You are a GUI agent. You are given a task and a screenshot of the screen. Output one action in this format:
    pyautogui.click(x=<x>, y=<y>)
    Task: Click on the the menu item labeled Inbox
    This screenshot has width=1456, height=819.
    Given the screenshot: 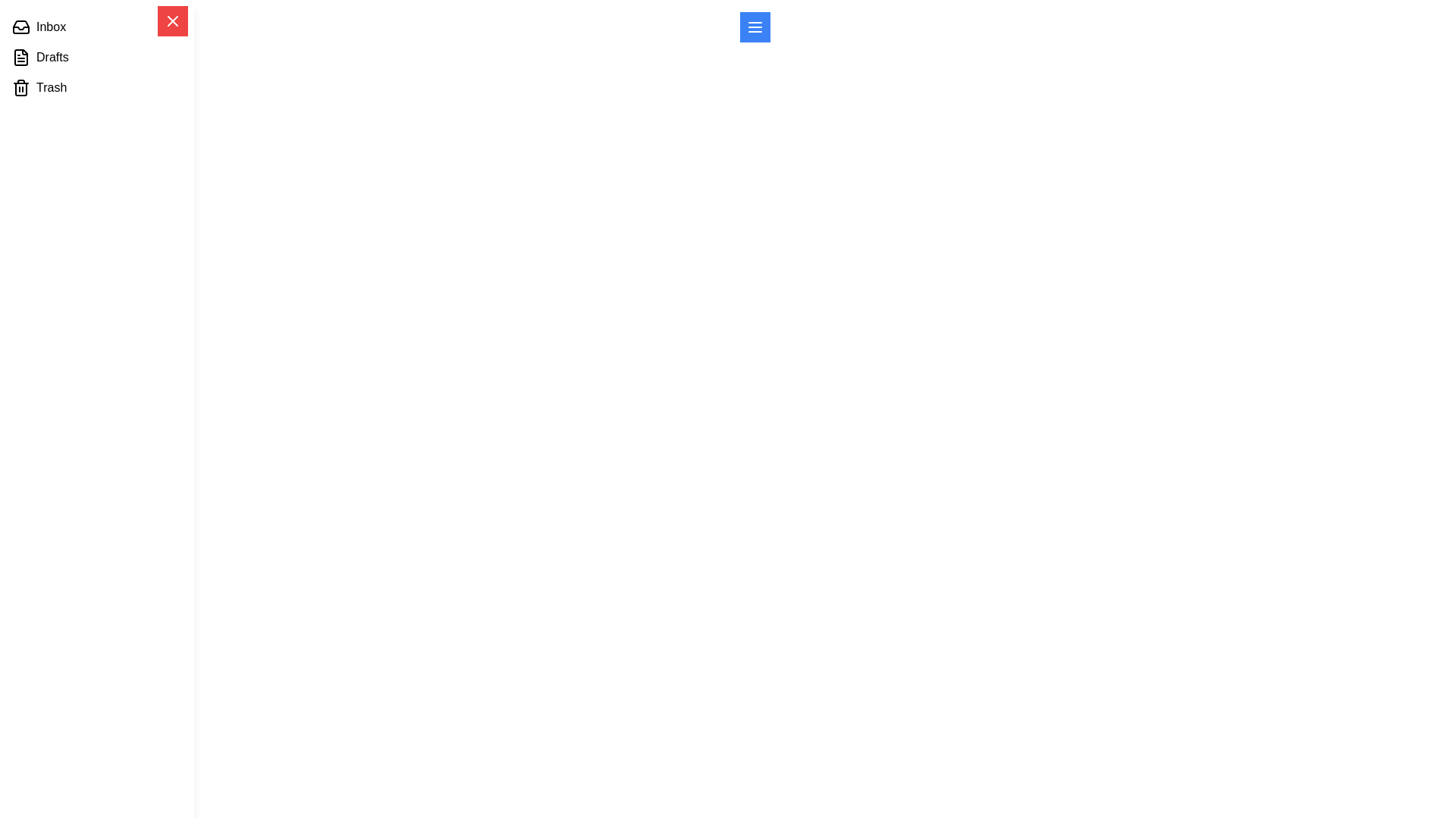 What is the action you would take?
    pyautogui.click(x=96, y=27)
    